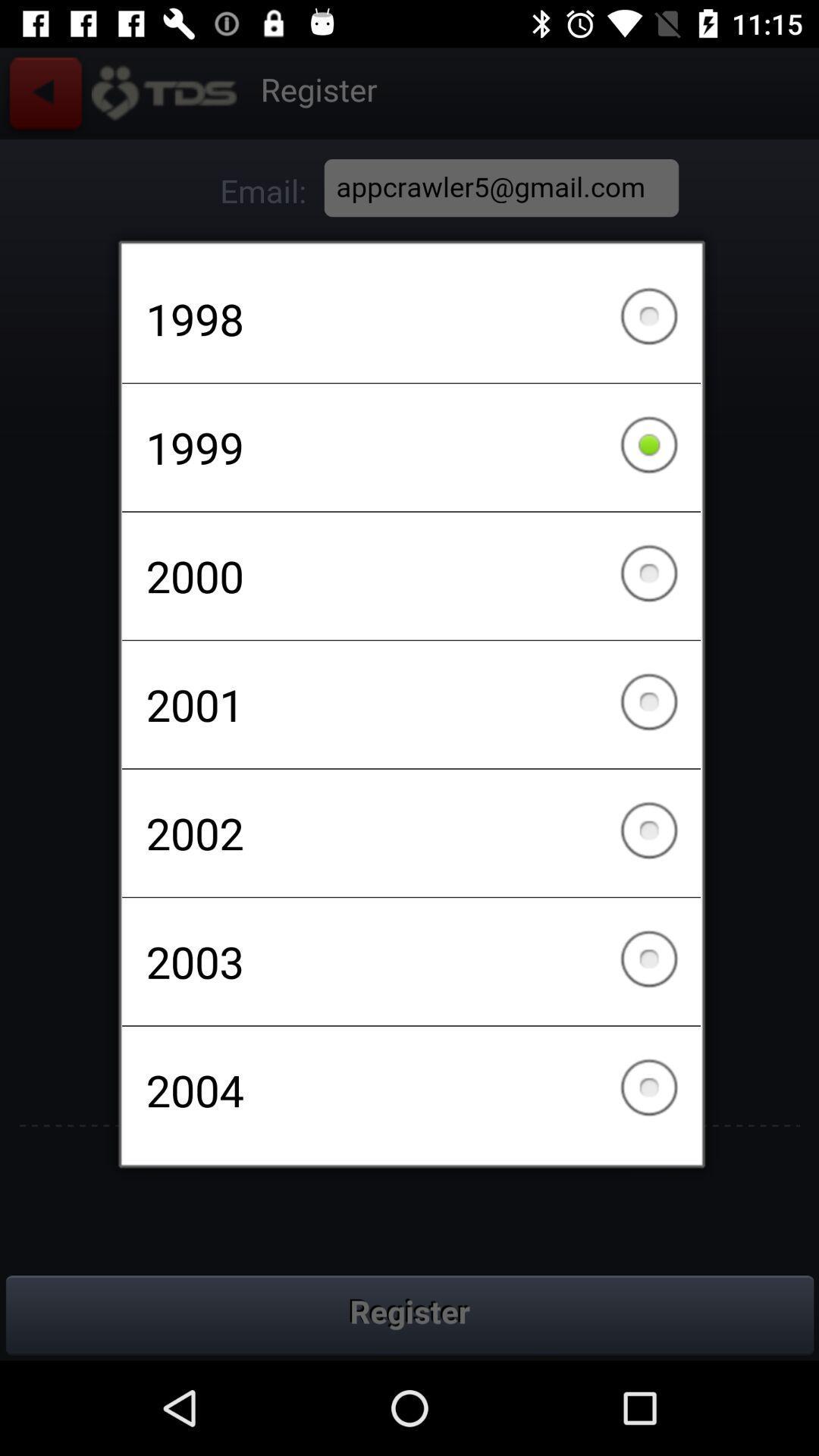 The image size is (819, 1456). What do you see at coordinates (411, 961) in the screenshot?
I see `2003 item` at bounding box center [411, 961].